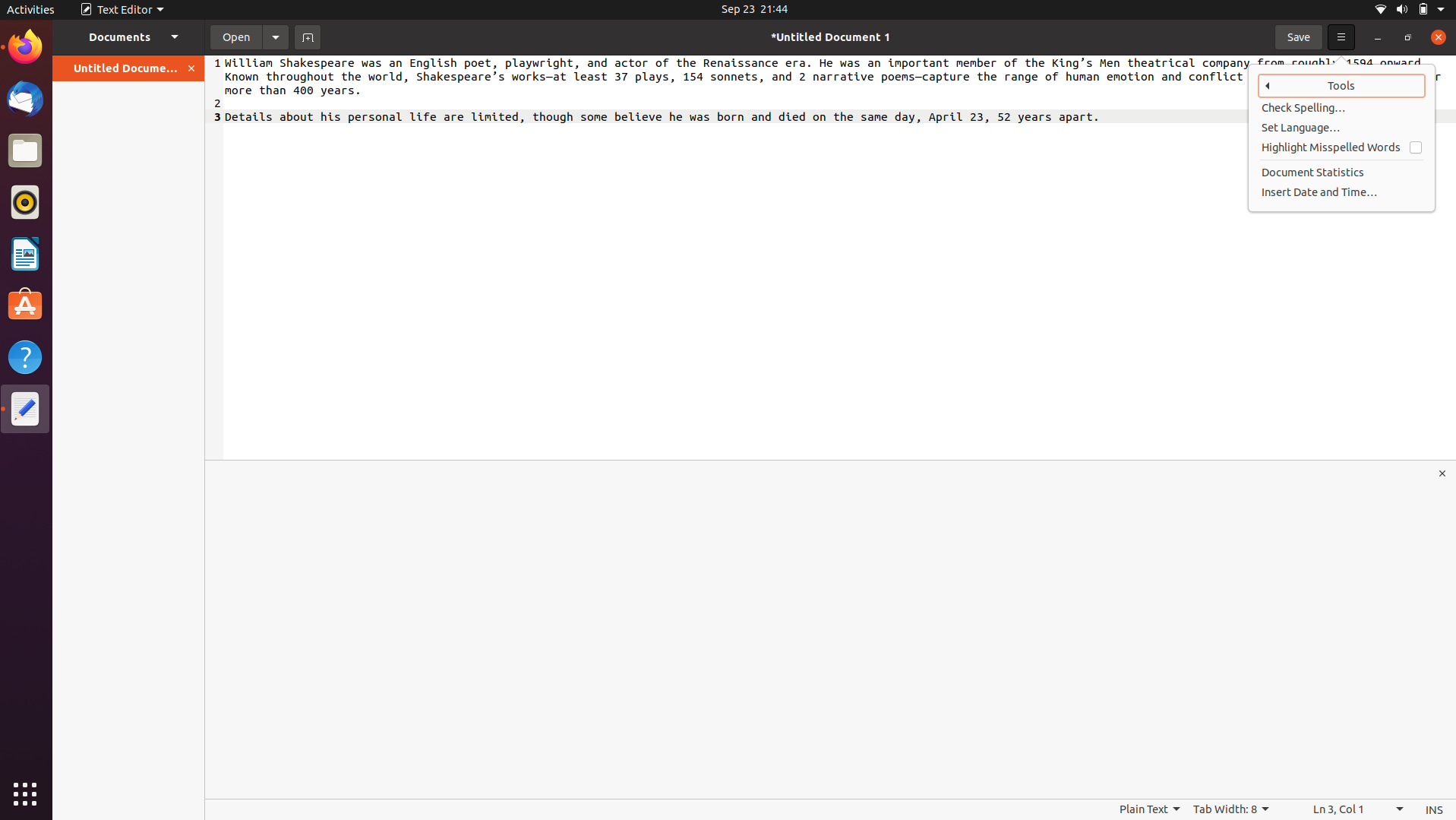 Image resolution: width=1456 pixels, height=820 pixels. What do you see at coordinates (128, 36) in the screenshot?
I see `the second document in more documents panel` at bounding box center [128, 36].